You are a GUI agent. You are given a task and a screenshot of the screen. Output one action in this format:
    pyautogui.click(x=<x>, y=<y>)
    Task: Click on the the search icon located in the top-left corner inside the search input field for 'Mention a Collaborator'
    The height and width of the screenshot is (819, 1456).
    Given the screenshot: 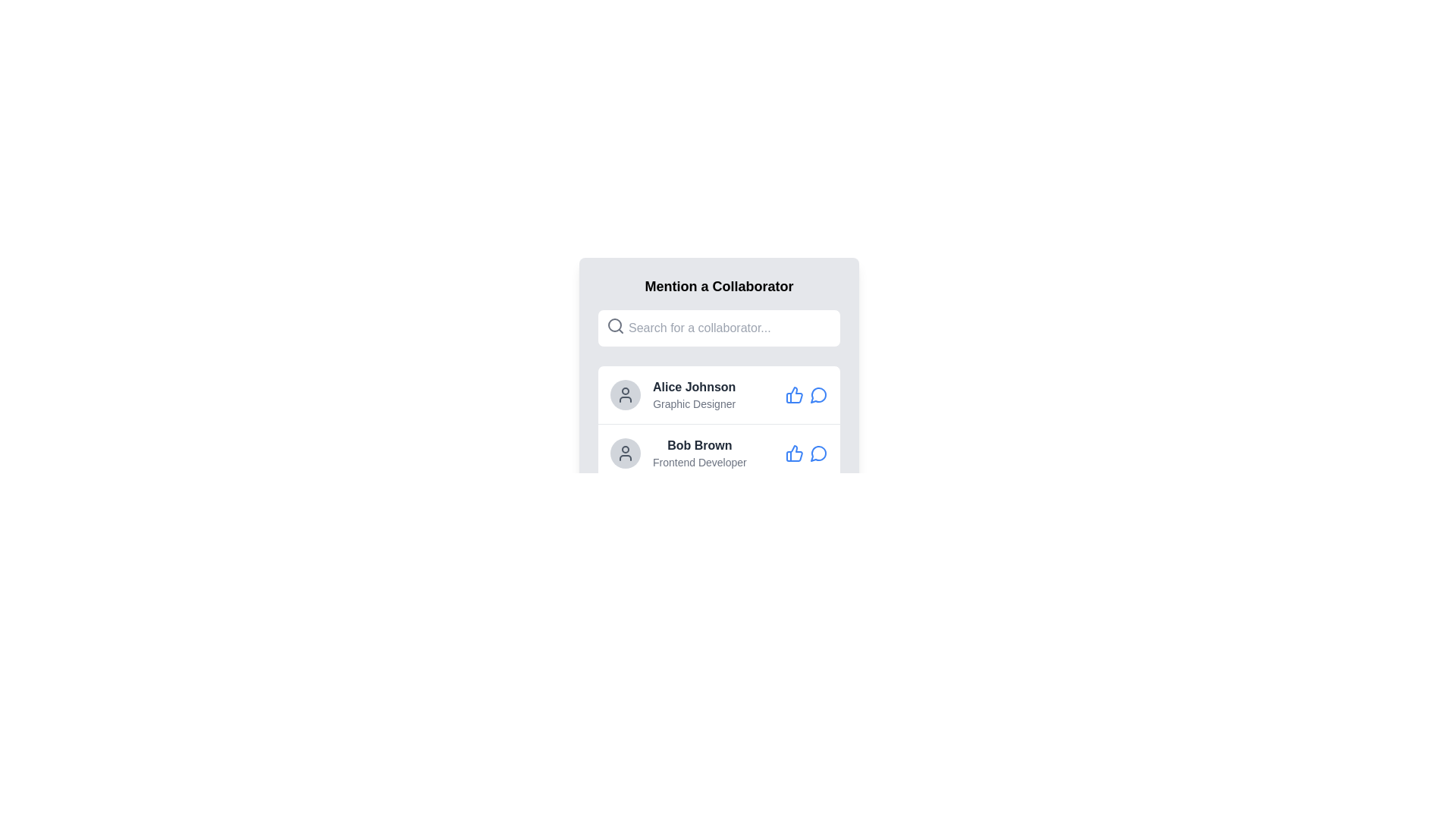 What is the action you would take?
    pyautogui.click(x=615, y=325)
    